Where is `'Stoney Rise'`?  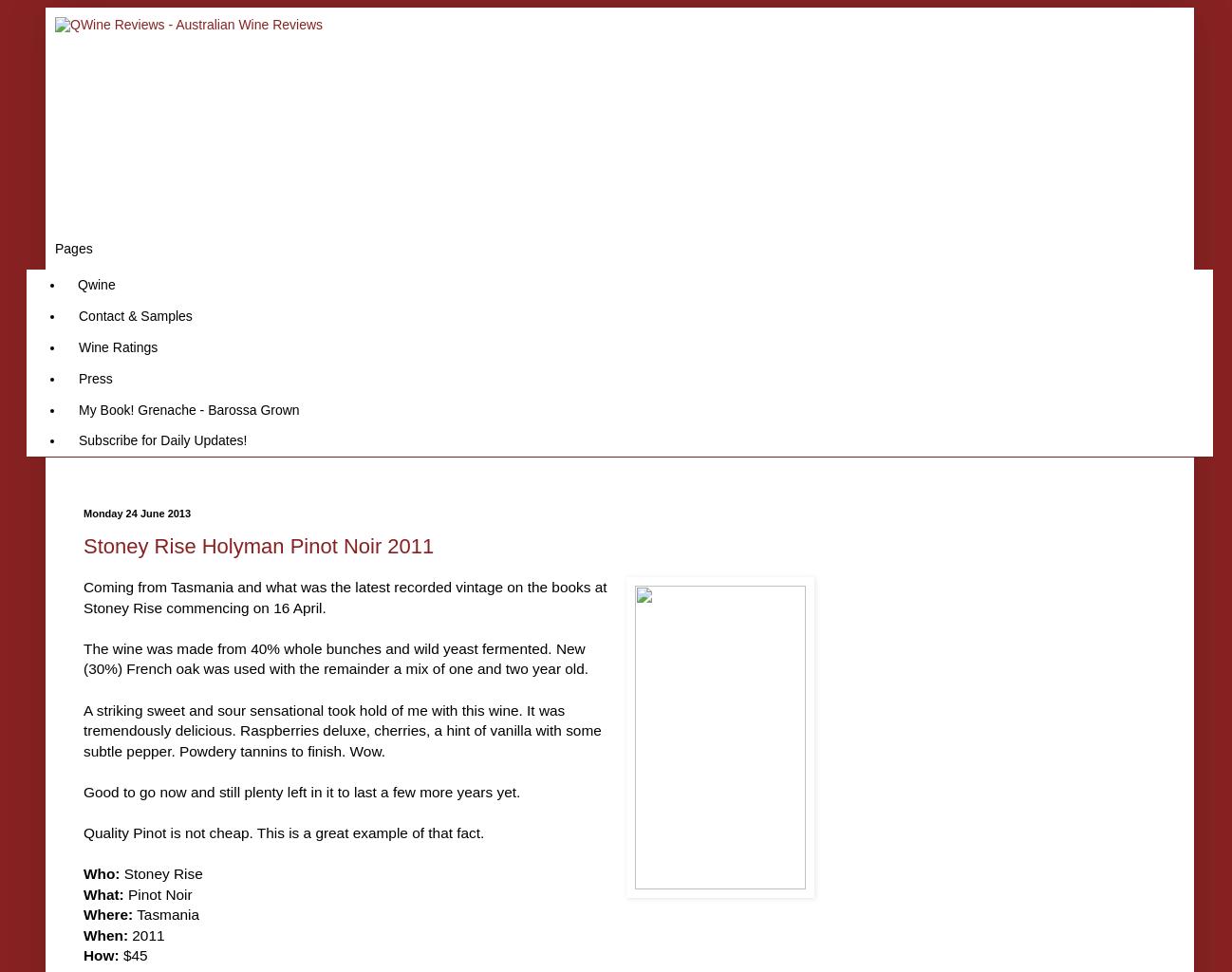
'Stoney Rise' is located at coordinates (159, 872).